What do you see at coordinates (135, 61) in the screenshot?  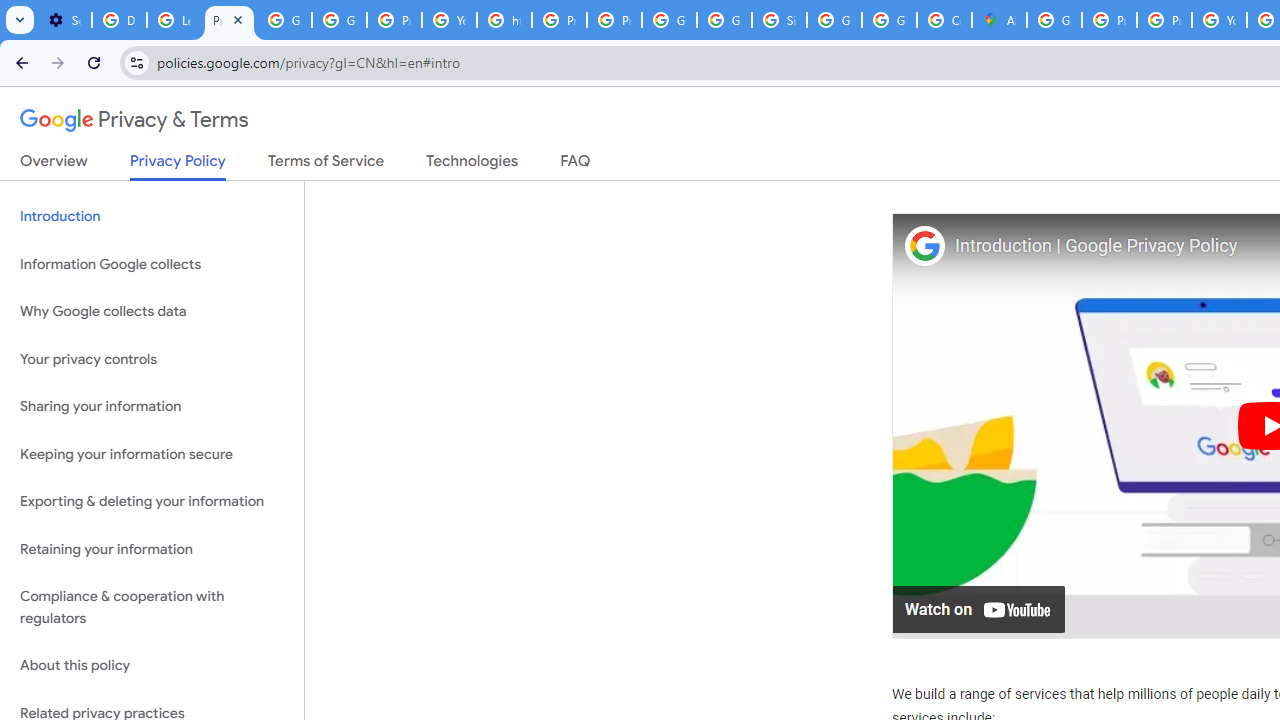 I see `'View site information'` at bounding box center [135, 61].